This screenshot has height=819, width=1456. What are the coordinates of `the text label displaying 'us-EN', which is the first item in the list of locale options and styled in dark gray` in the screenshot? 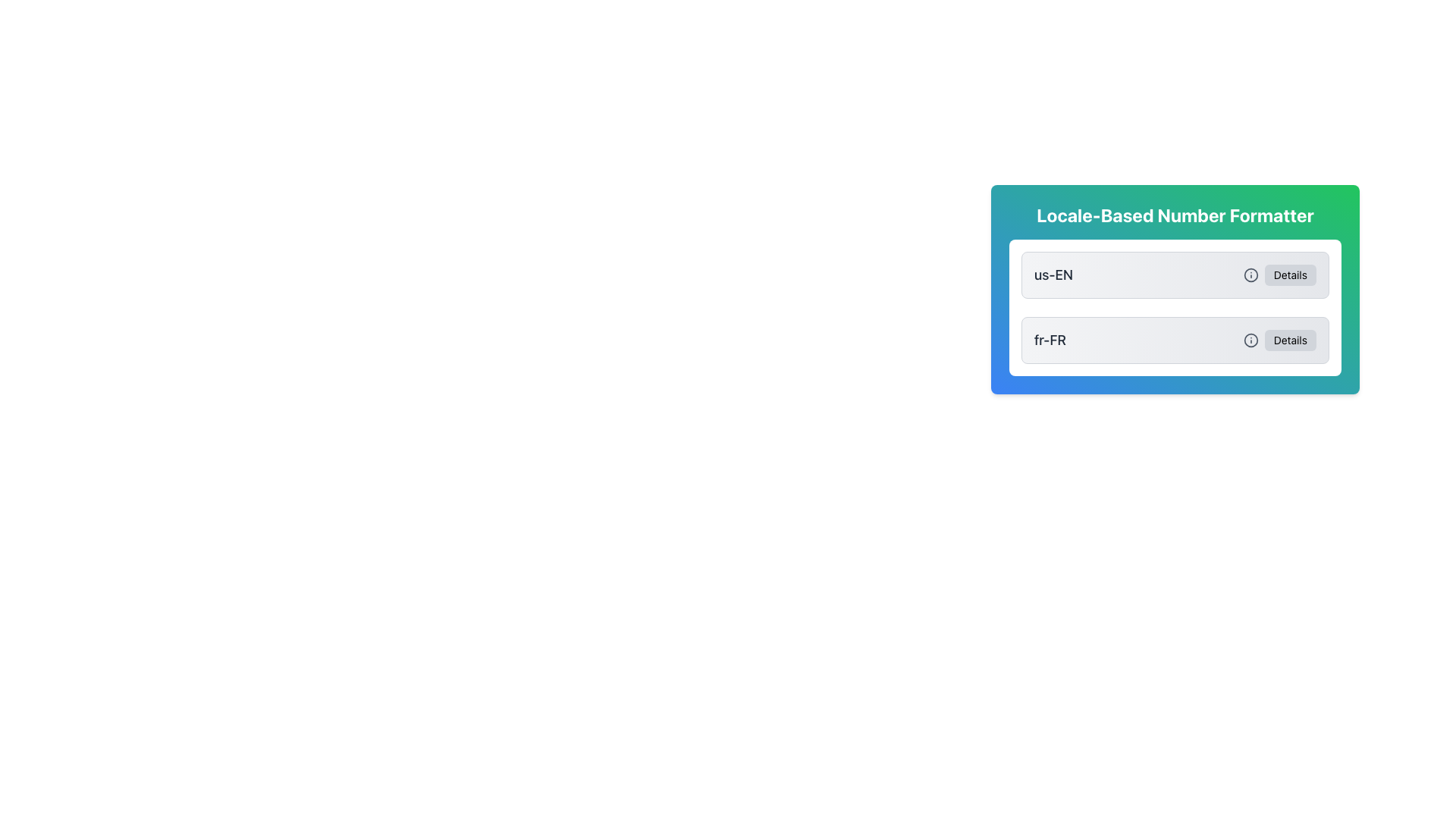 It's located at (1053, 275).